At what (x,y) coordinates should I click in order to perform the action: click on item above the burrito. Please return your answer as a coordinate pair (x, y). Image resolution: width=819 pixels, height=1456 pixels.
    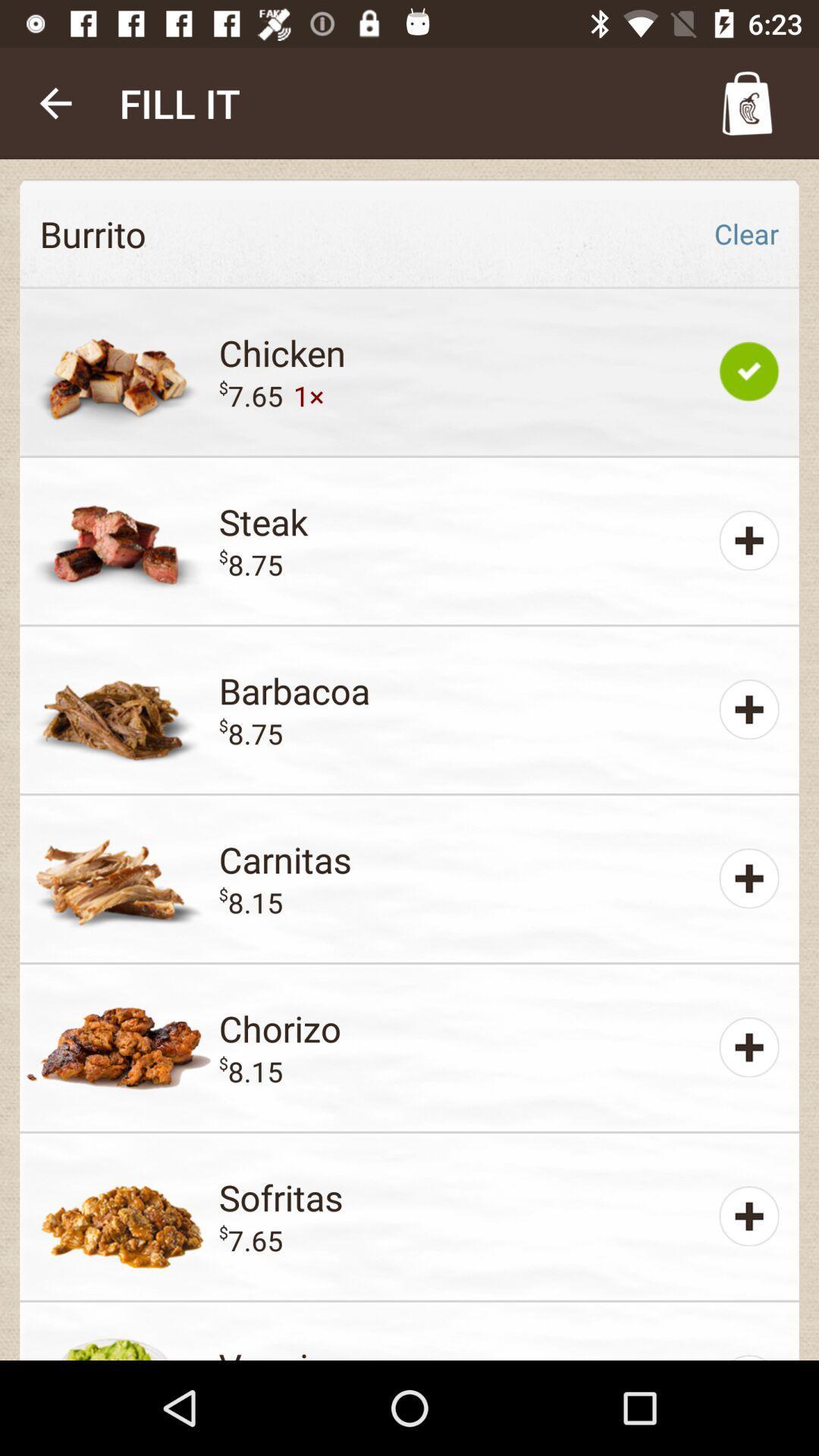
    Looking at the image, I should click on (55, 102).